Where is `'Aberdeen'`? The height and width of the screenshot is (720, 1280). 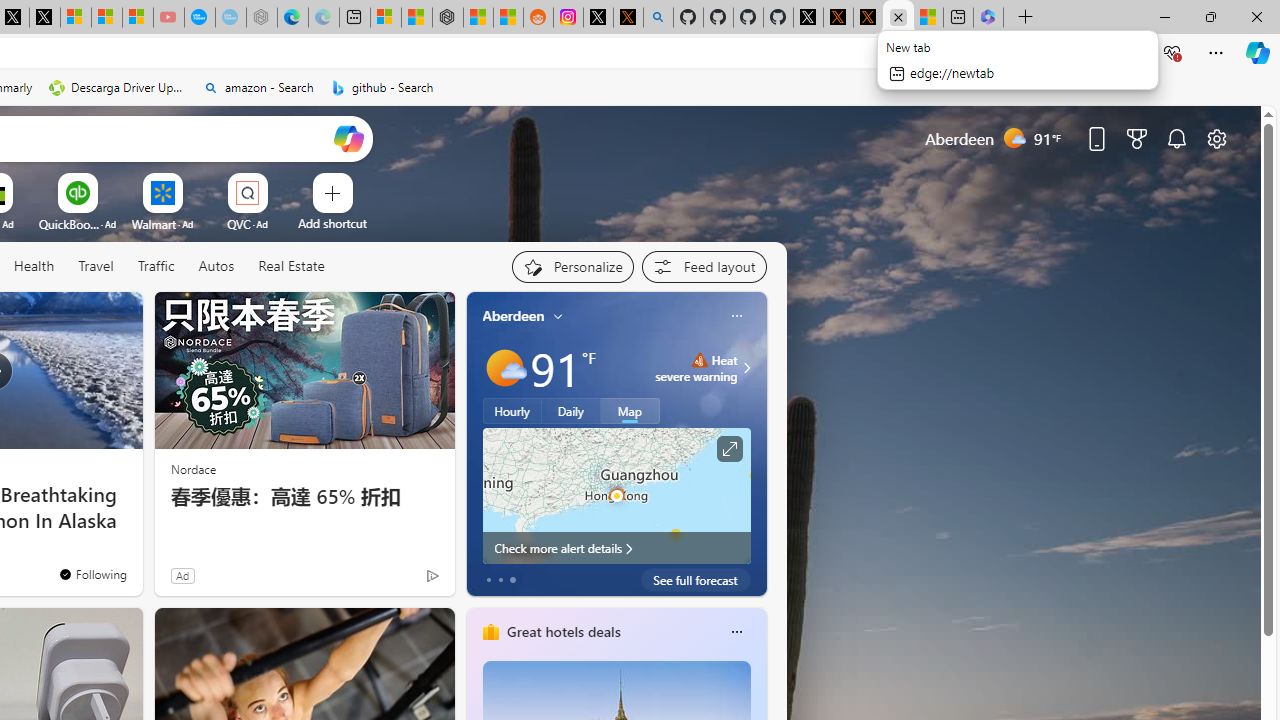
'Aberdeen' is located at coordinates (513, 315).